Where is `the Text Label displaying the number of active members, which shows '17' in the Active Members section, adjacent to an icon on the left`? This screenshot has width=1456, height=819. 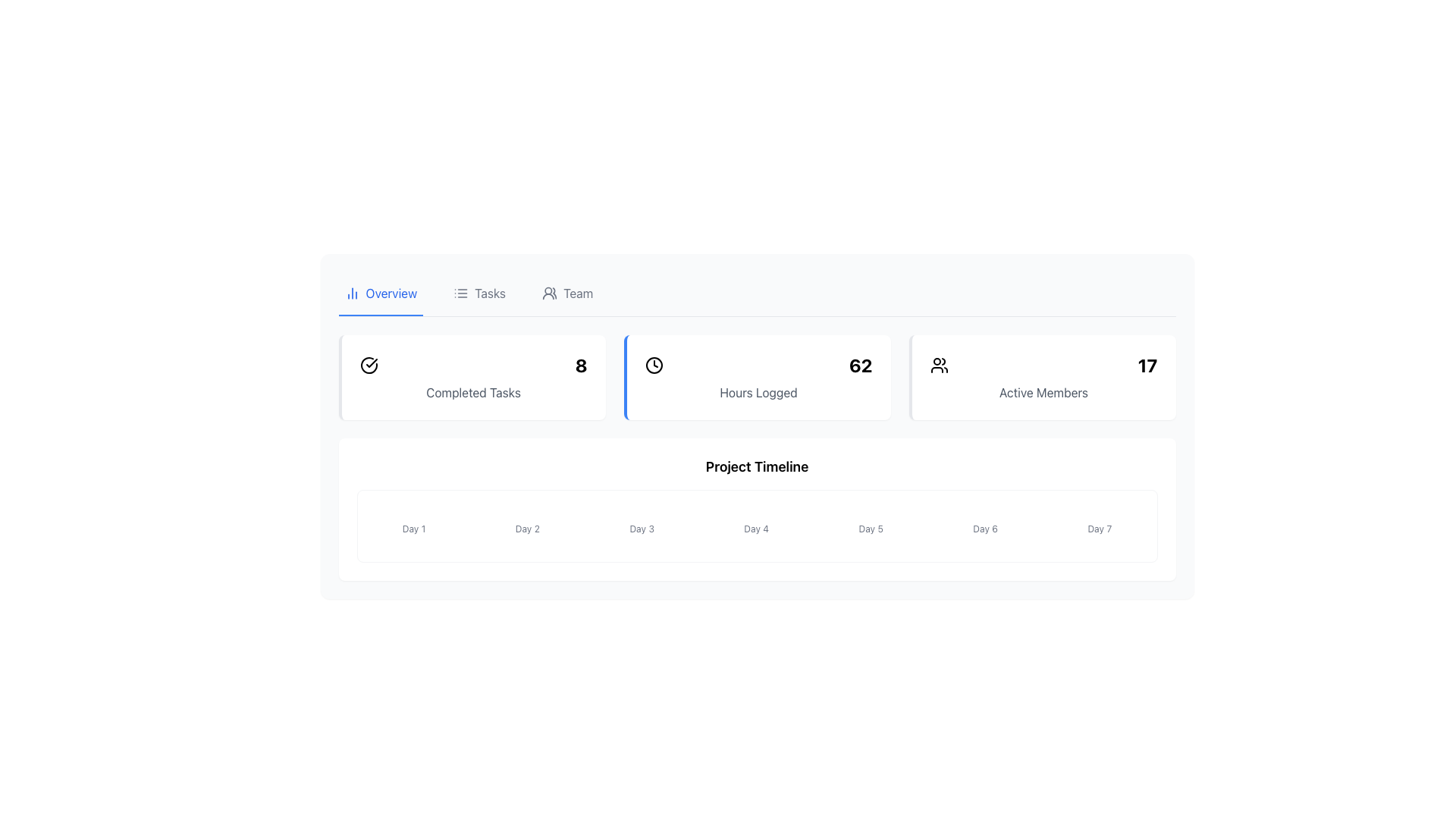
the Text Label displaying the number of active members, which shows '17' in the Active Members section, adjacent to an icon on the left is located at coordinates (1147, 366).